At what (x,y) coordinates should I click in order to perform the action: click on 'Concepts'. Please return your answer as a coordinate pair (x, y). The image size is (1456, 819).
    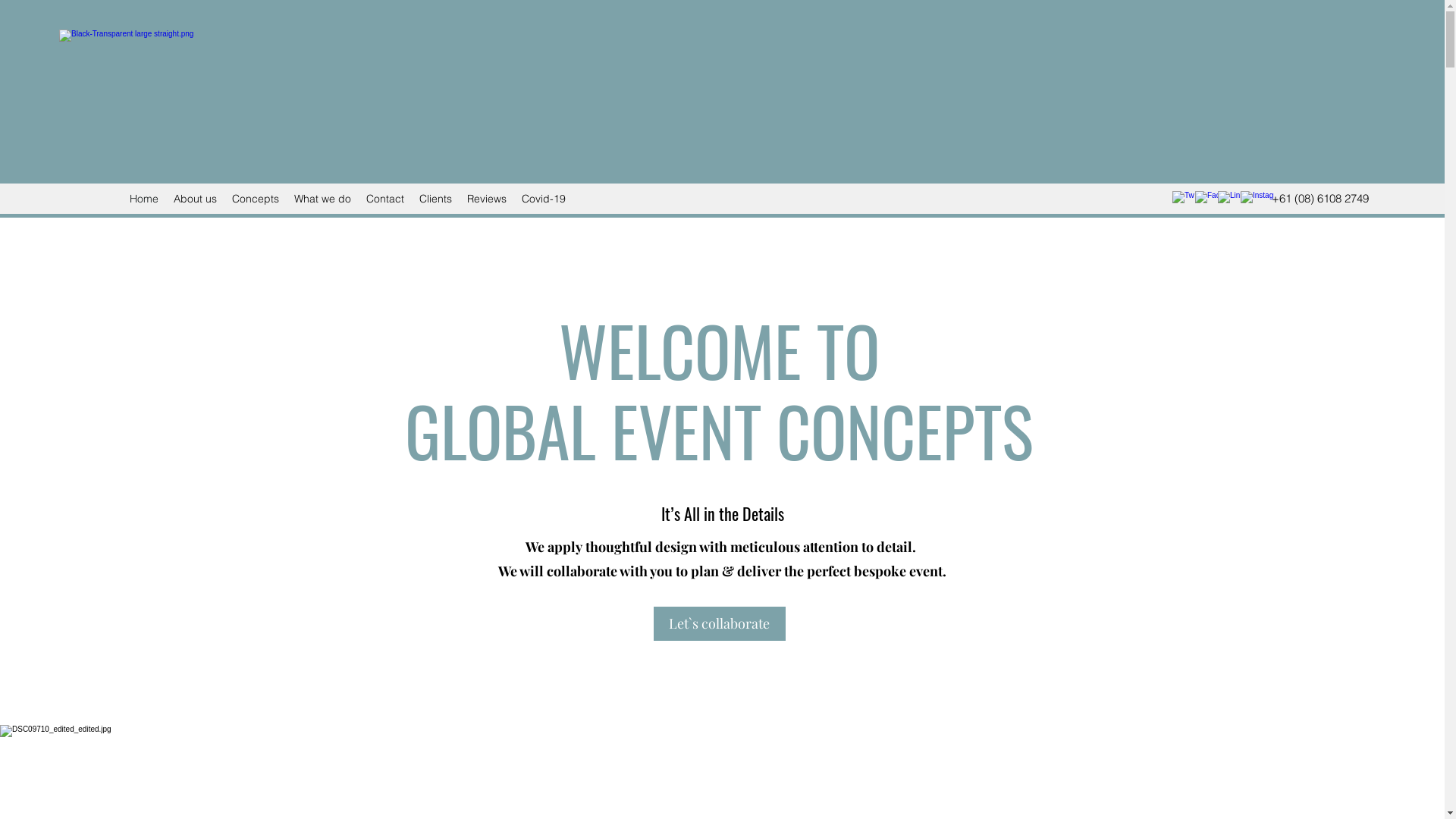
    Looking at the image, I should click on (255, 198).